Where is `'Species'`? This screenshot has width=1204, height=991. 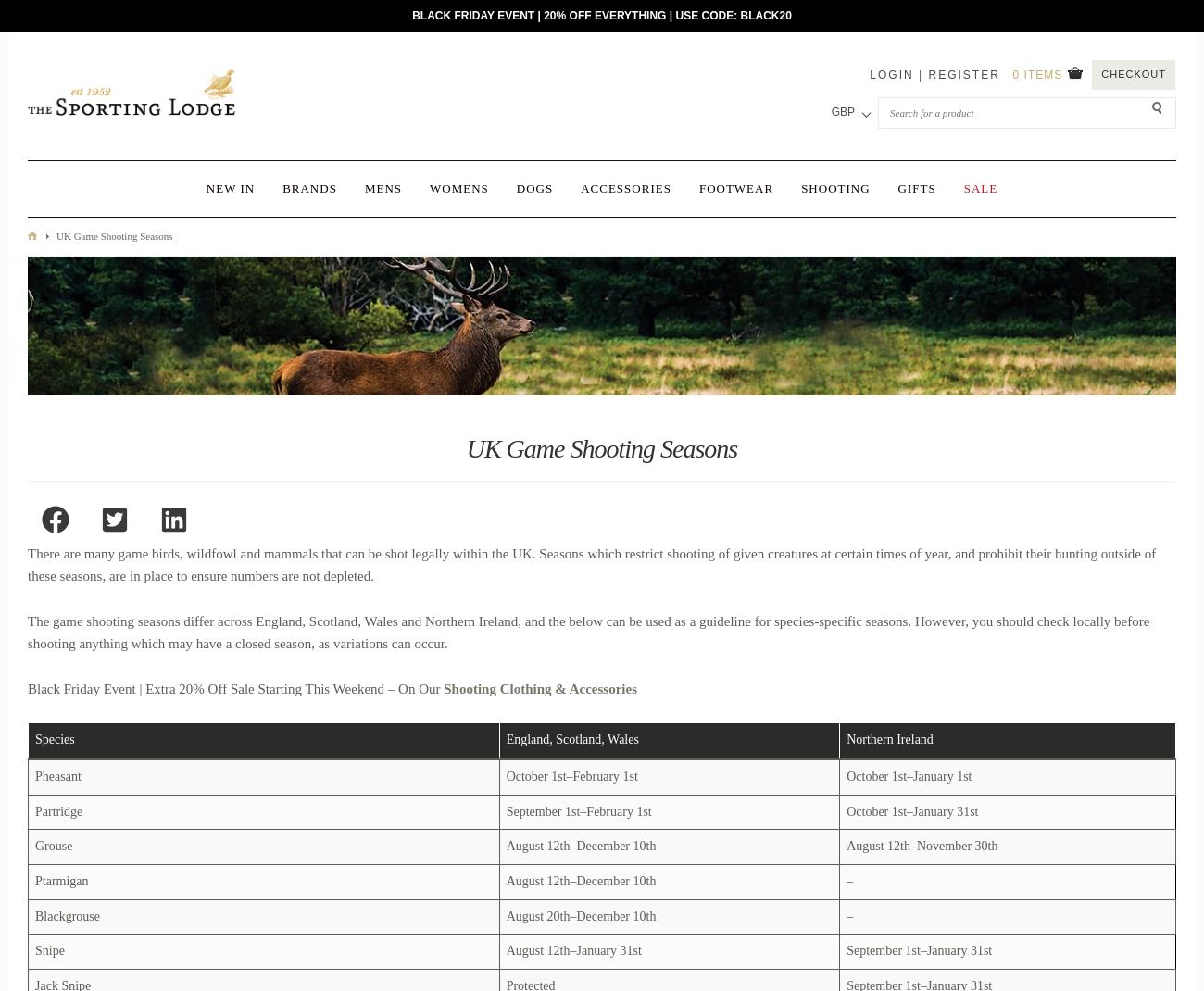
'Species' is located at coordinates (55, 738).